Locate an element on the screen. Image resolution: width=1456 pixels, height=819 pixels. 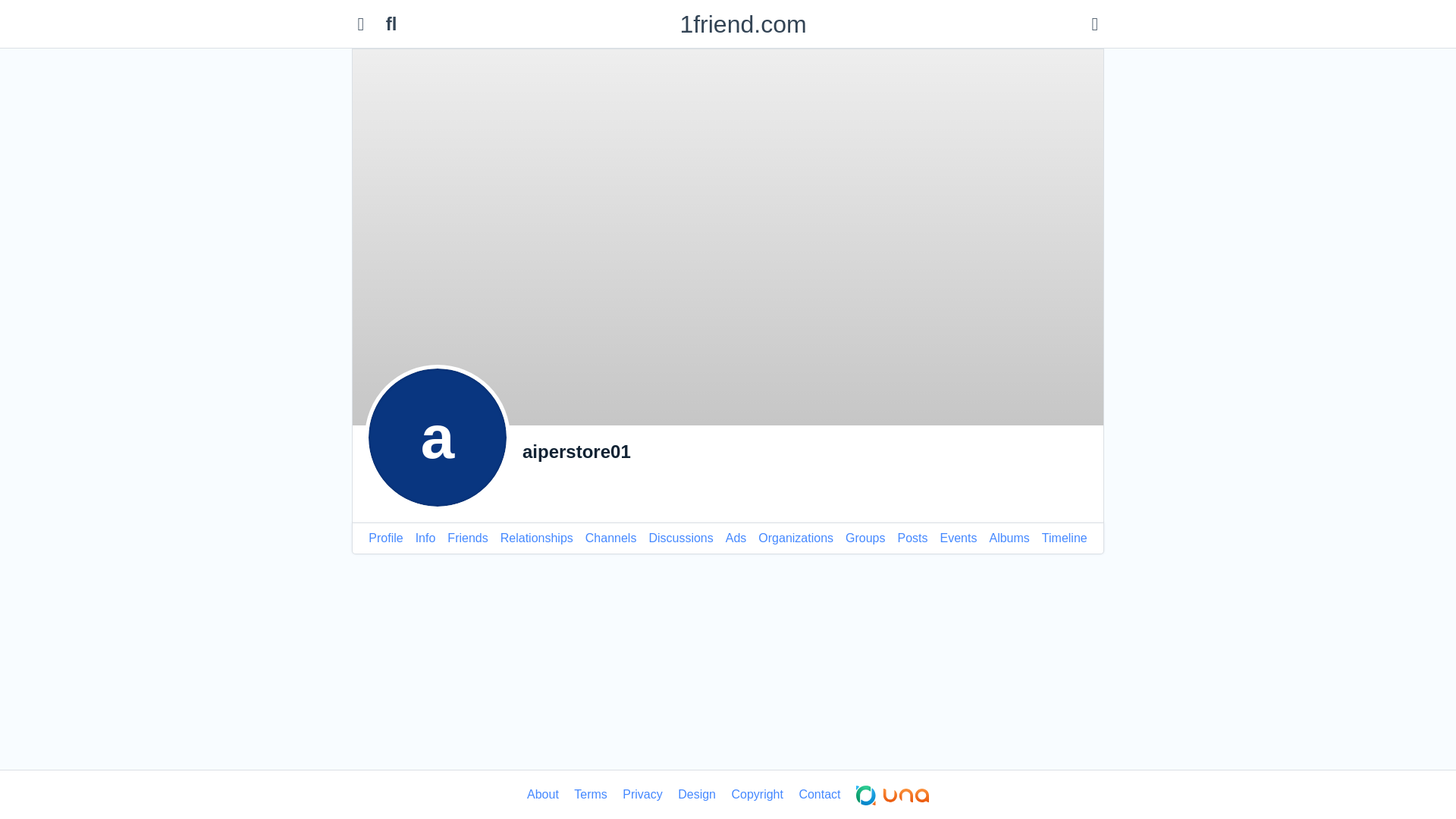
'a' is located at coordinates (436, 438).